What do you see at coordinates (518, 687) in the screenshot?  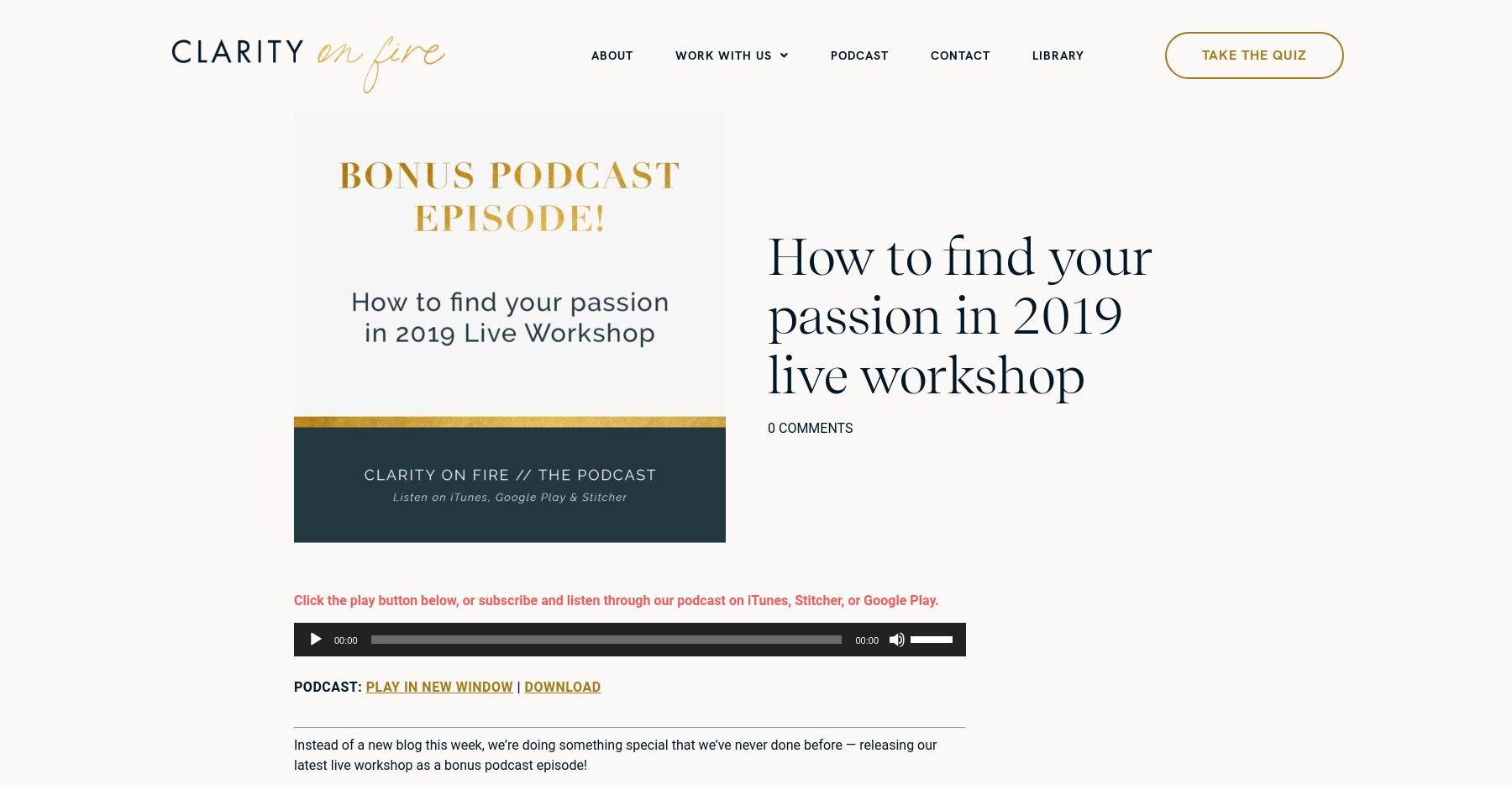 I see `'|'` at bounding box center [518, 687].